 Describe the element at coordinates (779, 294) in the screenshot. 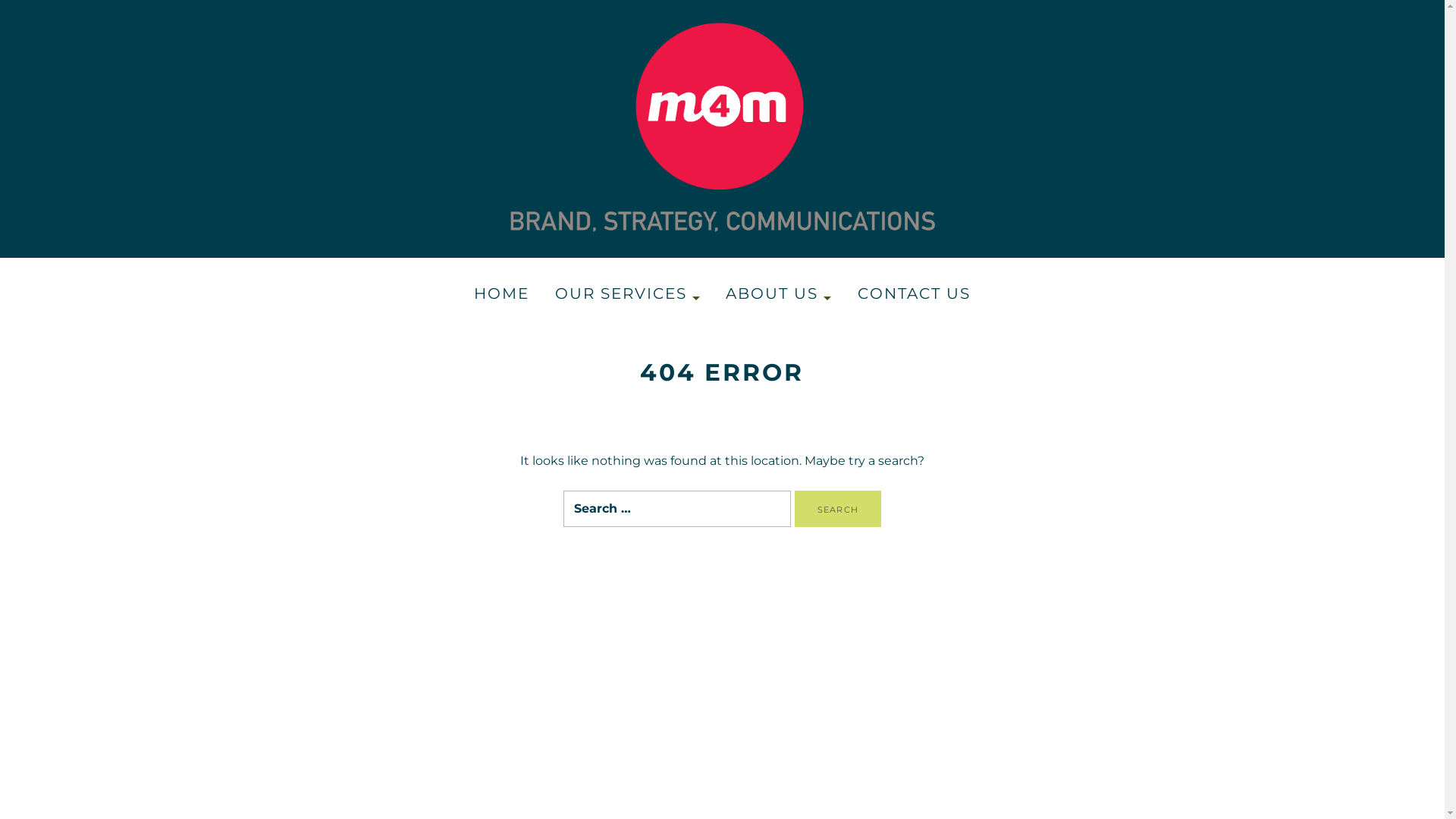

I see `'ABOUT US` at that location.